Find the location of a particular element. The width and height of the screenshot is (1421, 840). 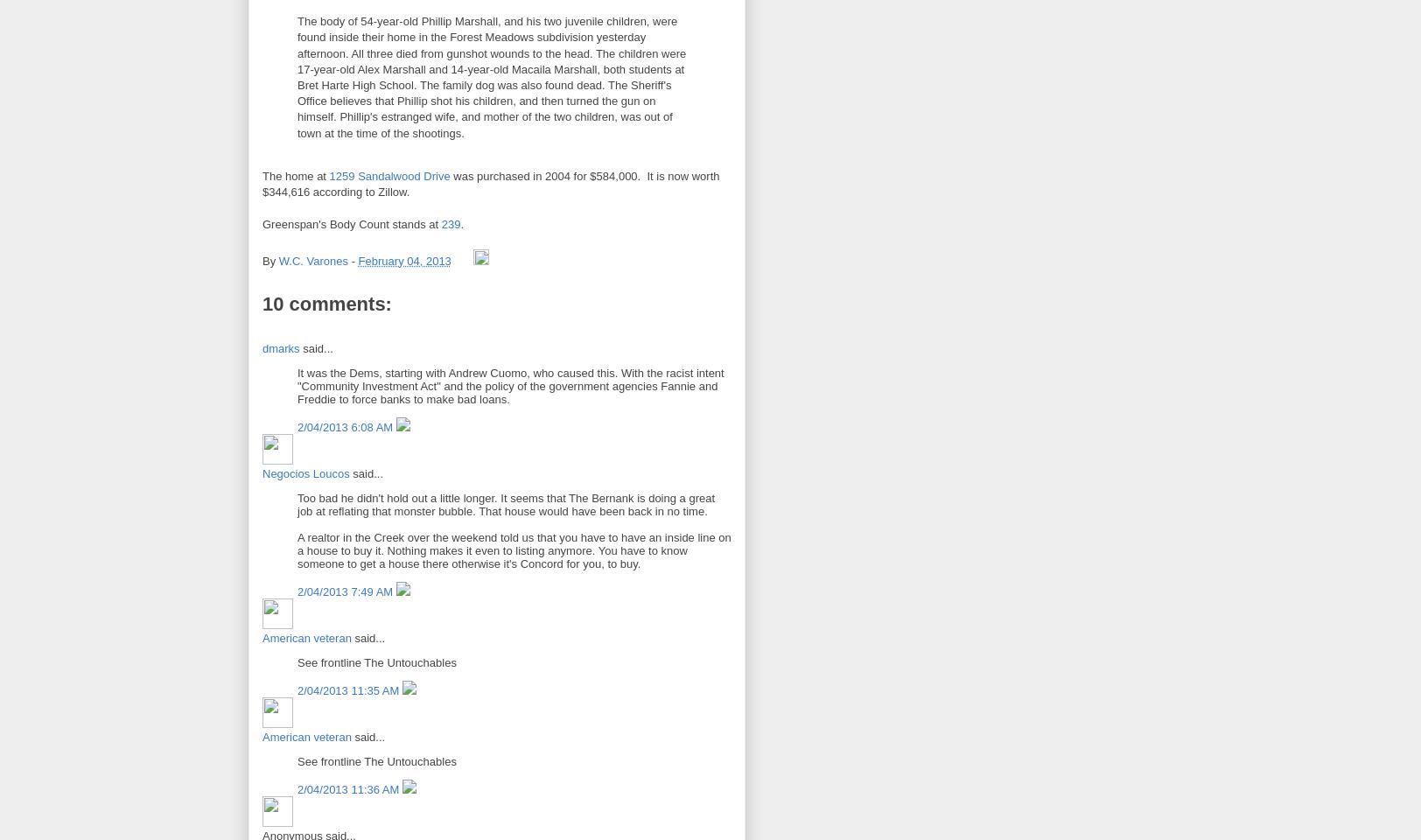

'The home at' is located at coordinates (262, 175).